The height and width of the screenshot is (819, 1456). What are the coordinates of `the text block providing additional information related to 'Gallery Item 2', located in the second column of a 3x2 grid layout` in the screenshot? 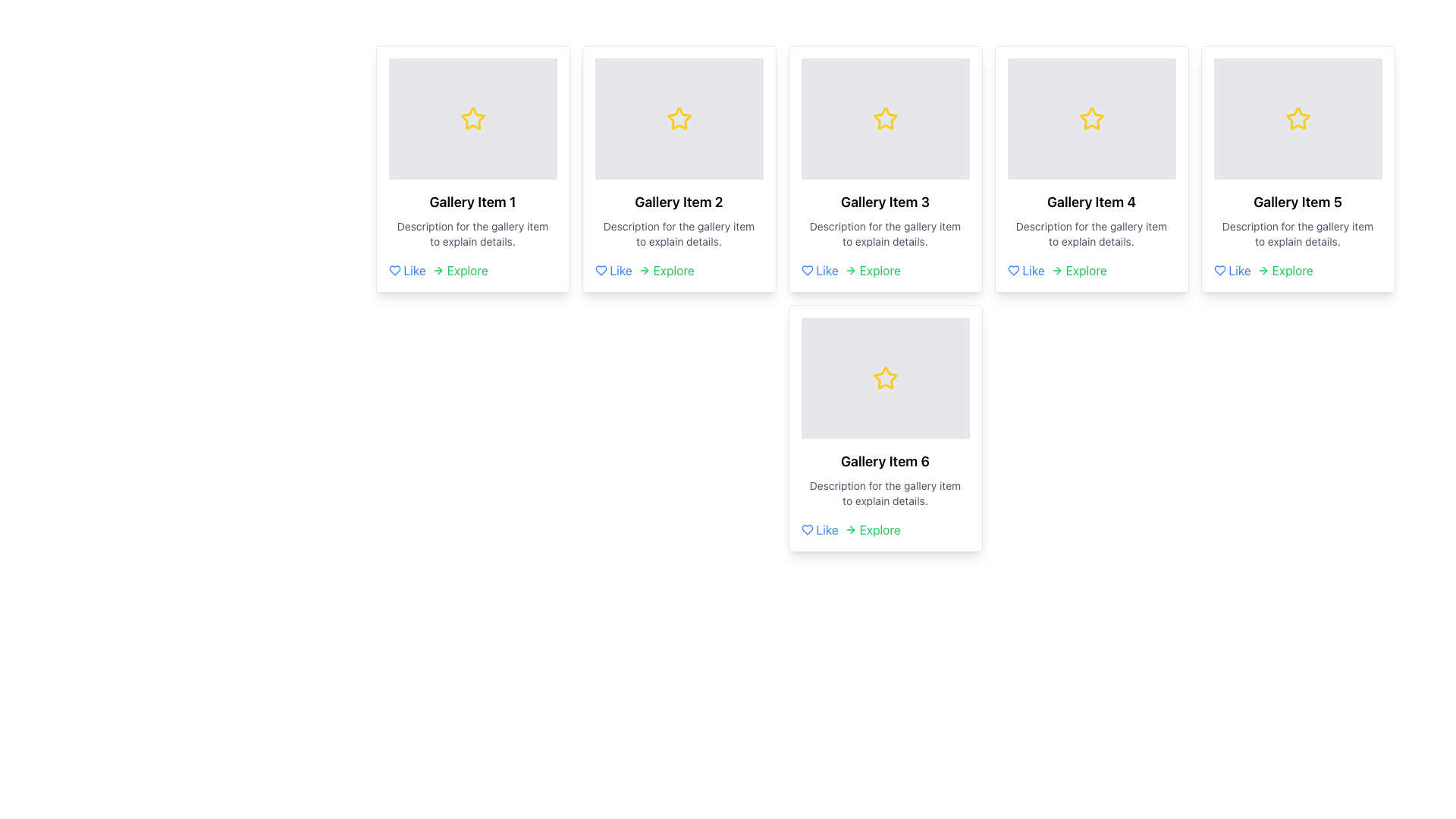 It's located at (678, 234).